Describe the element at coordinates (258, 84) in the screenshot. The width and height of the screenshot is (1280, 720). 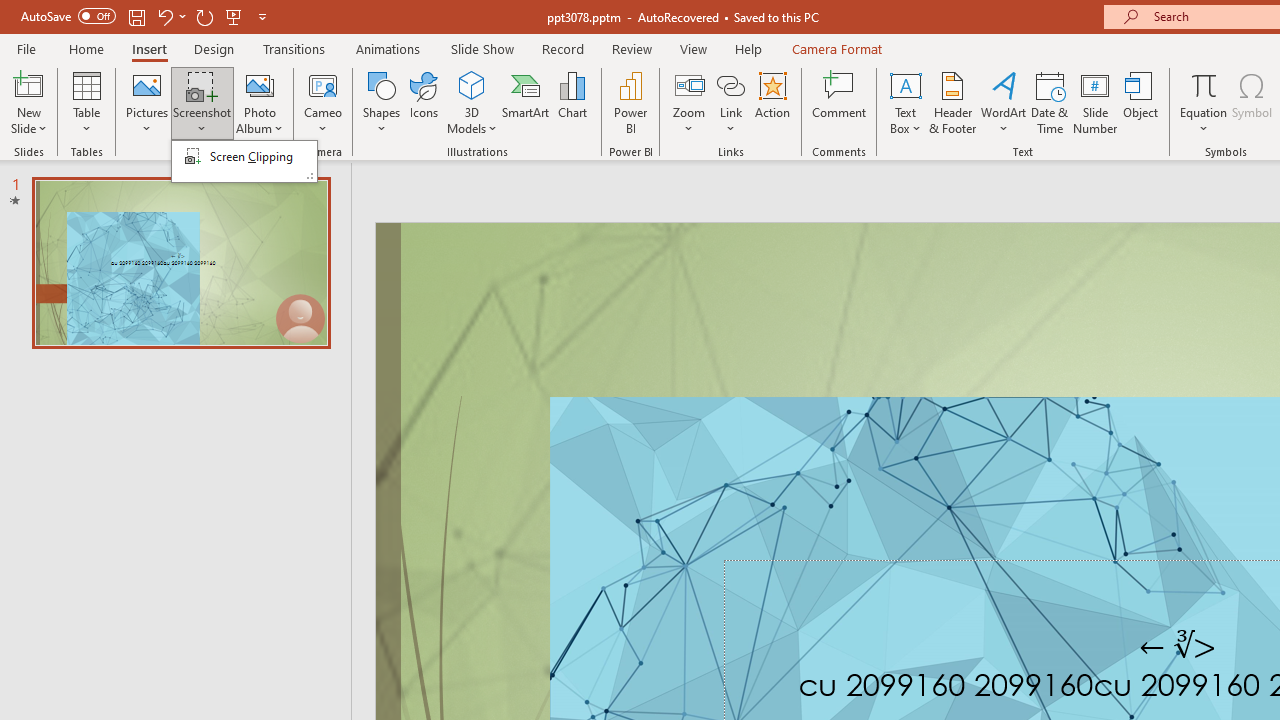
I see `'New Photo Album...'` at that location.